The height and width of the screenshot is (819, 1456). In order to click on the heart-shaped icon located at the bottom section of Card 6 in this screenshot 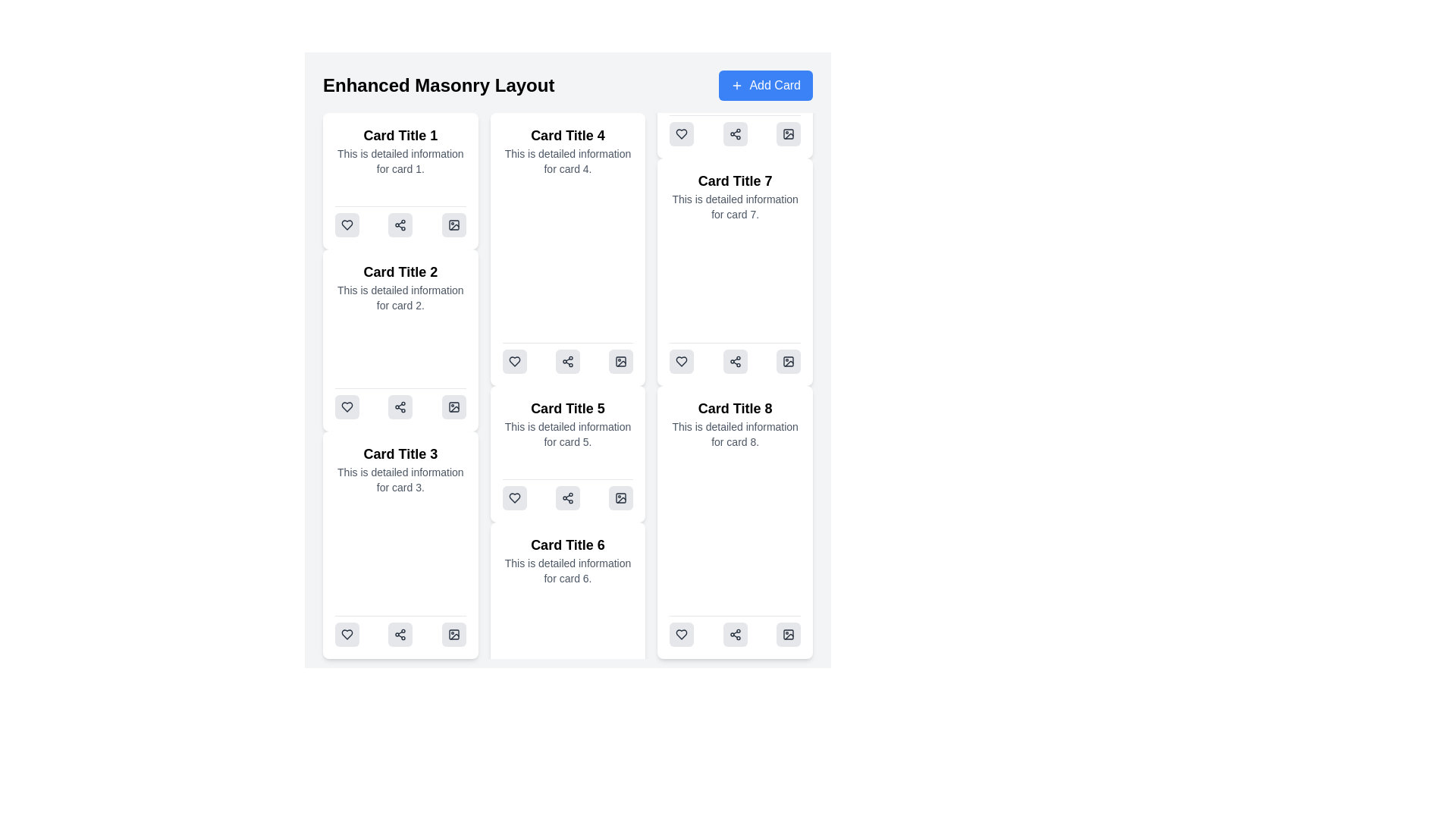, I will do `click(514, 497)`.